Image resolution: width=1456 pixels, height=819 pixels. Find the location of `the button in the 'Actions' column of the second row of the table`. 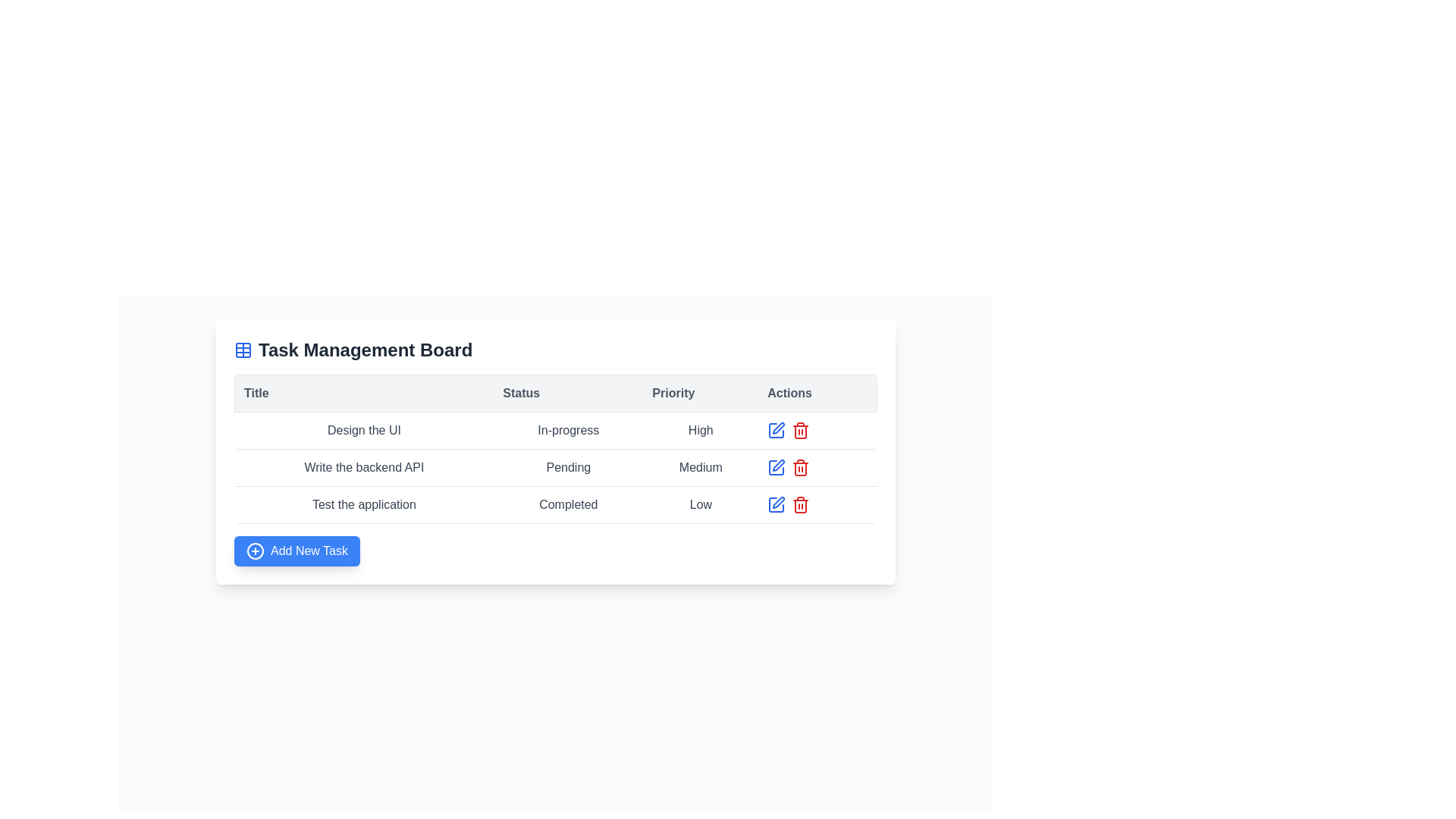

the button in the 'Actions' column of the second row of the table is located at coordinates (776, 430).